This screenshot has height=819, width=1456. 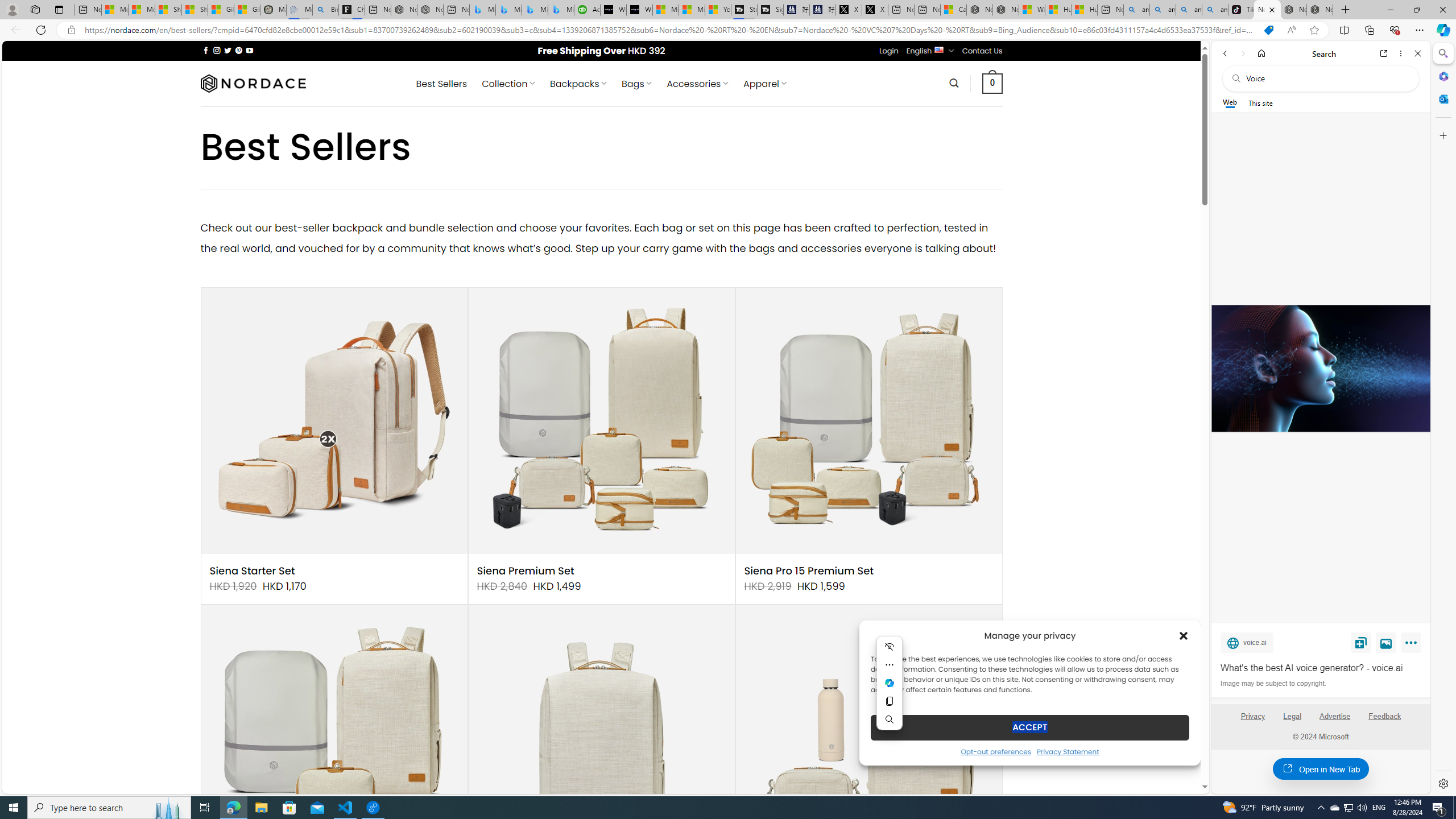 What do you see at coordinates (1335, 716) in the screenshot?
I see `'Advertise'` at bounding box center [1335, 716].